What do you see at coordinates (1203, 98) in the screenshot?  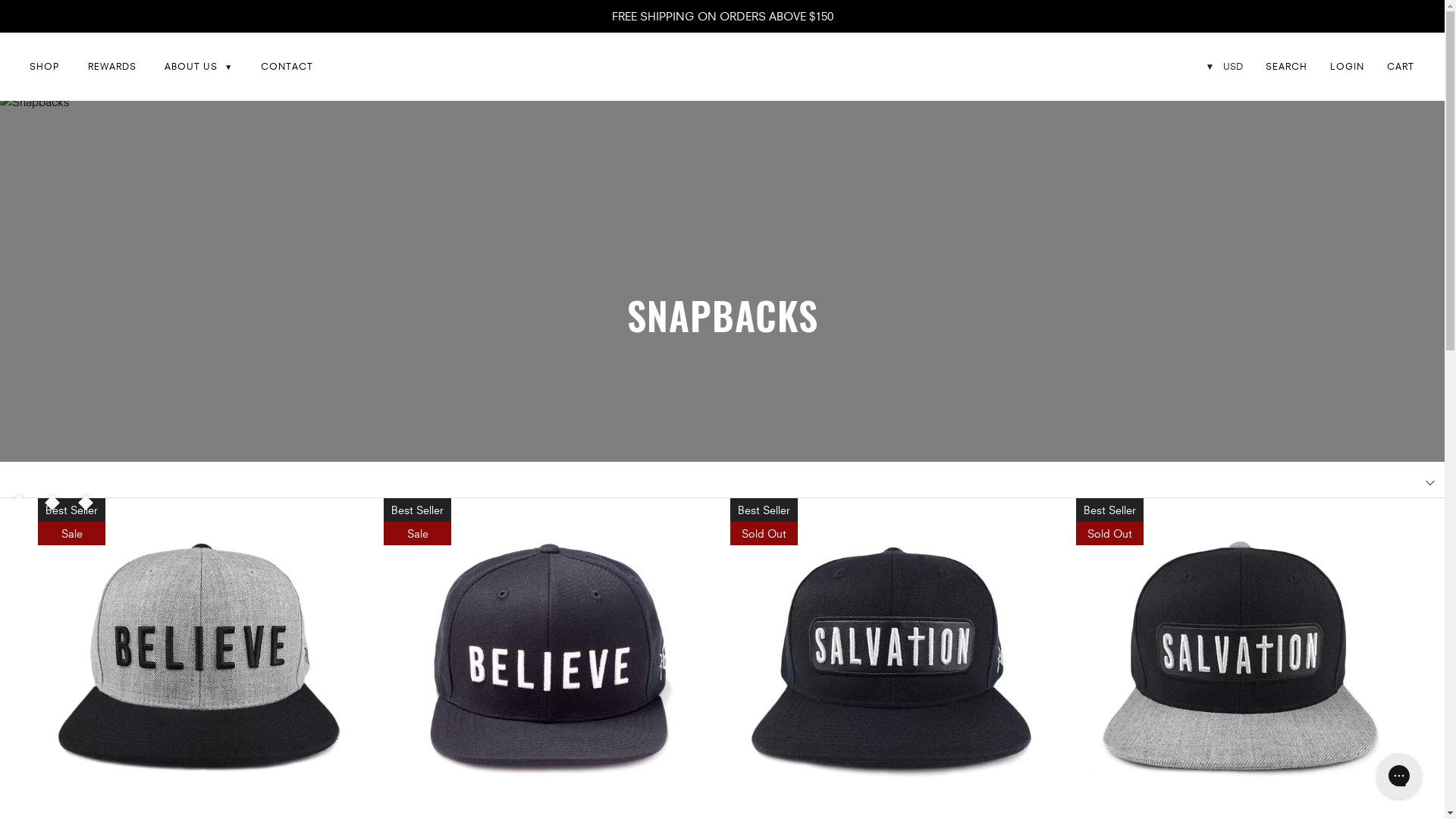 I see `'USD'` at bounding box center [1203, 98].